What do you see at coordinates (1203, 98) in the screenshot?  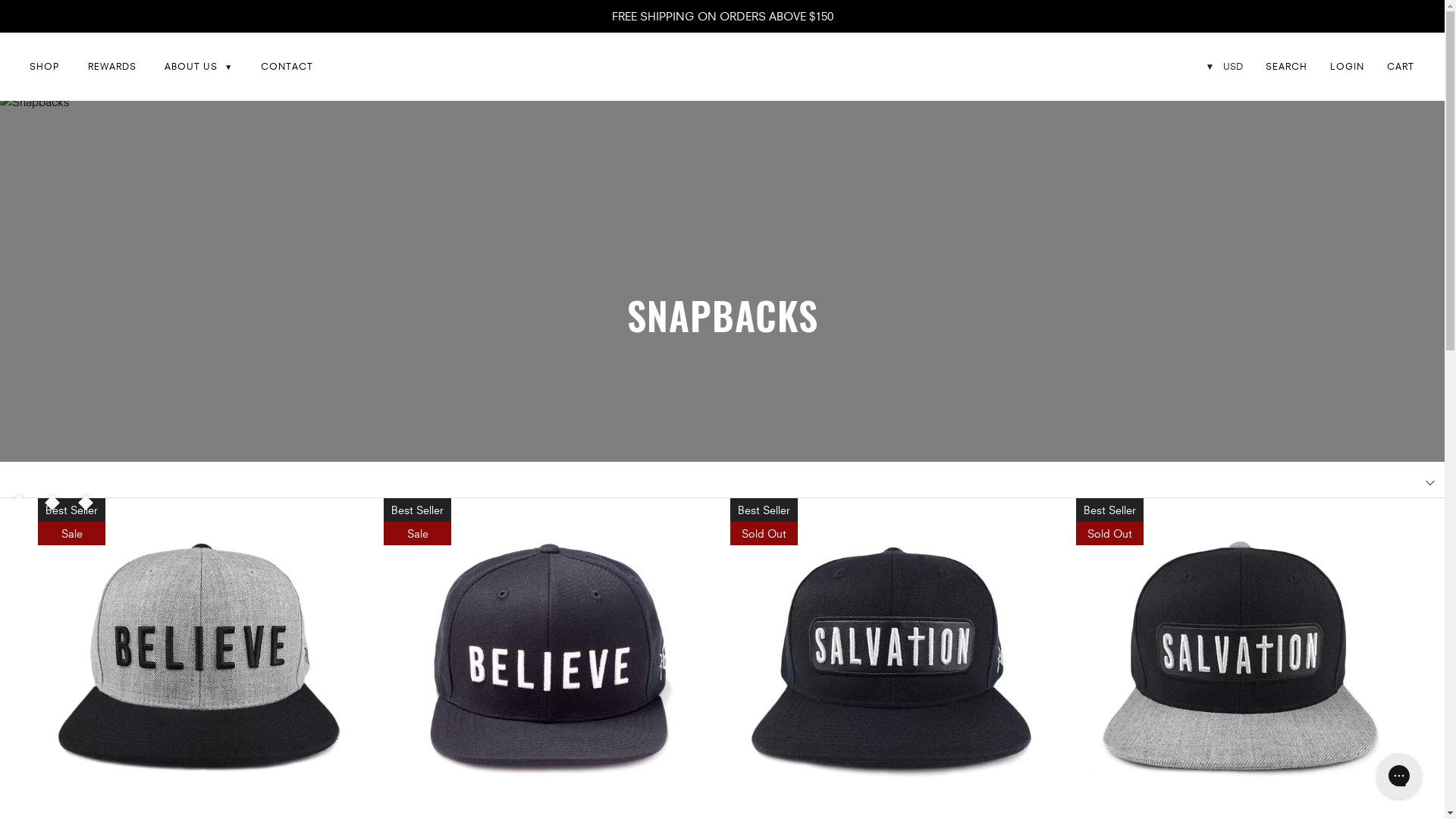 I see `'USD'` at bounding box center [1203, 98].